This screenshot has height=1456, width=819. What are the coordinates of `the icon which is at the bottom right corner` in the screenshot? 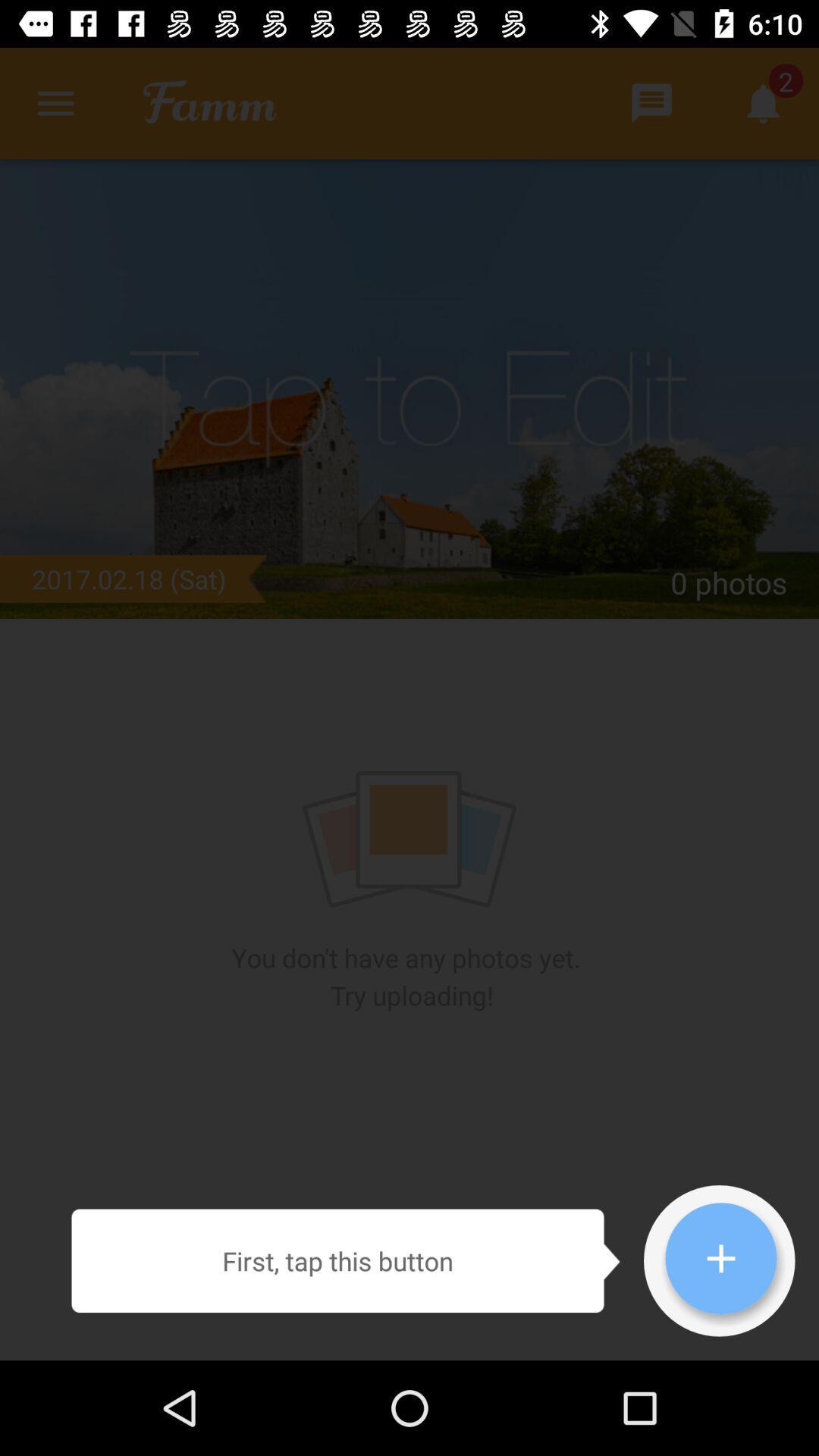 It's located at (720, 1259).